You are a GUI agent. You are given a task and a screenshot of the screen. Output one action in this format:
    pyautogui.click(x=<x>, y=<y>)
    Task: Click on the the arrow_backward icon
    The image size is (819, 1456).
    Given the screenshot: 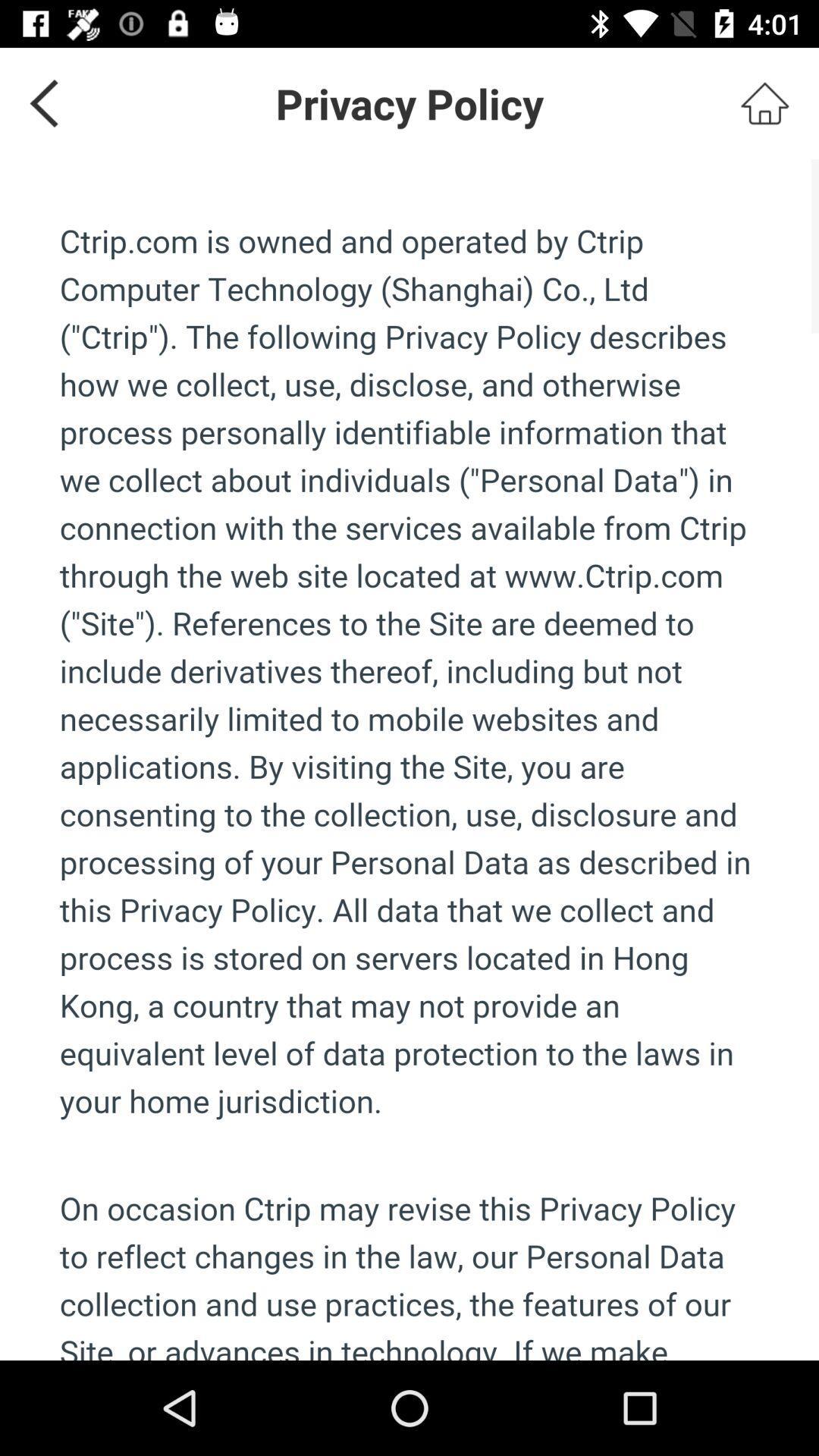 What is the action you would take?
    pyautogui.click(x=38, y=102)
    